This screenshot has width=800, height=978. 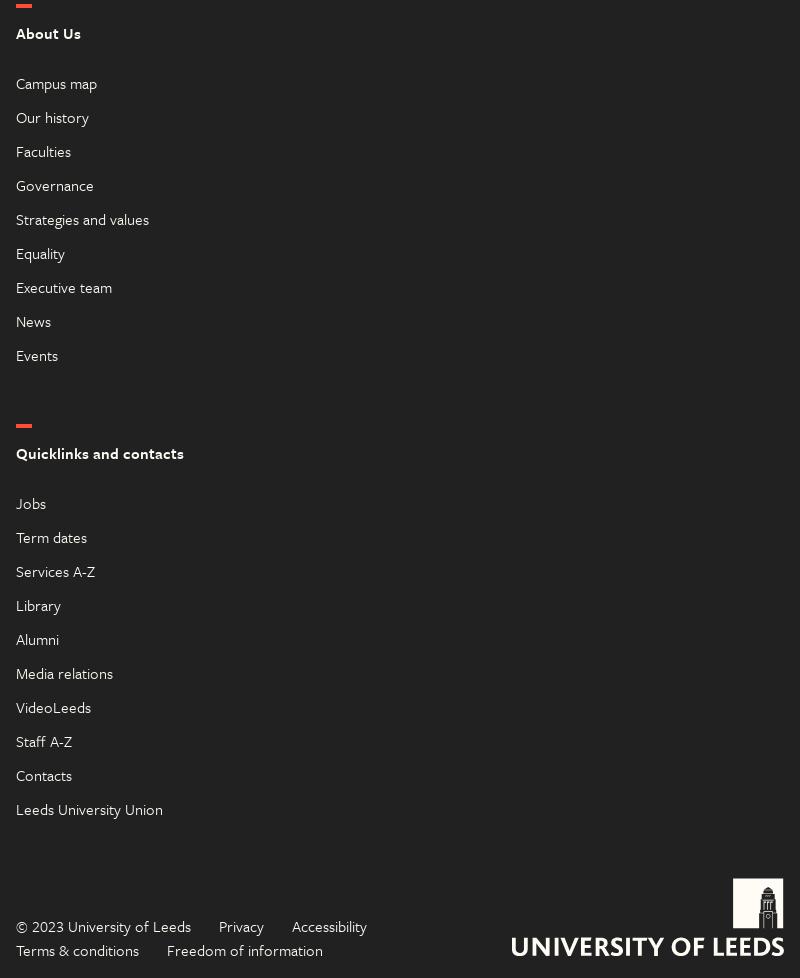 What do you see at coordinates (55, 81) in the screenshot?
I see `'Campus map'` at bounding box center [55, 81].